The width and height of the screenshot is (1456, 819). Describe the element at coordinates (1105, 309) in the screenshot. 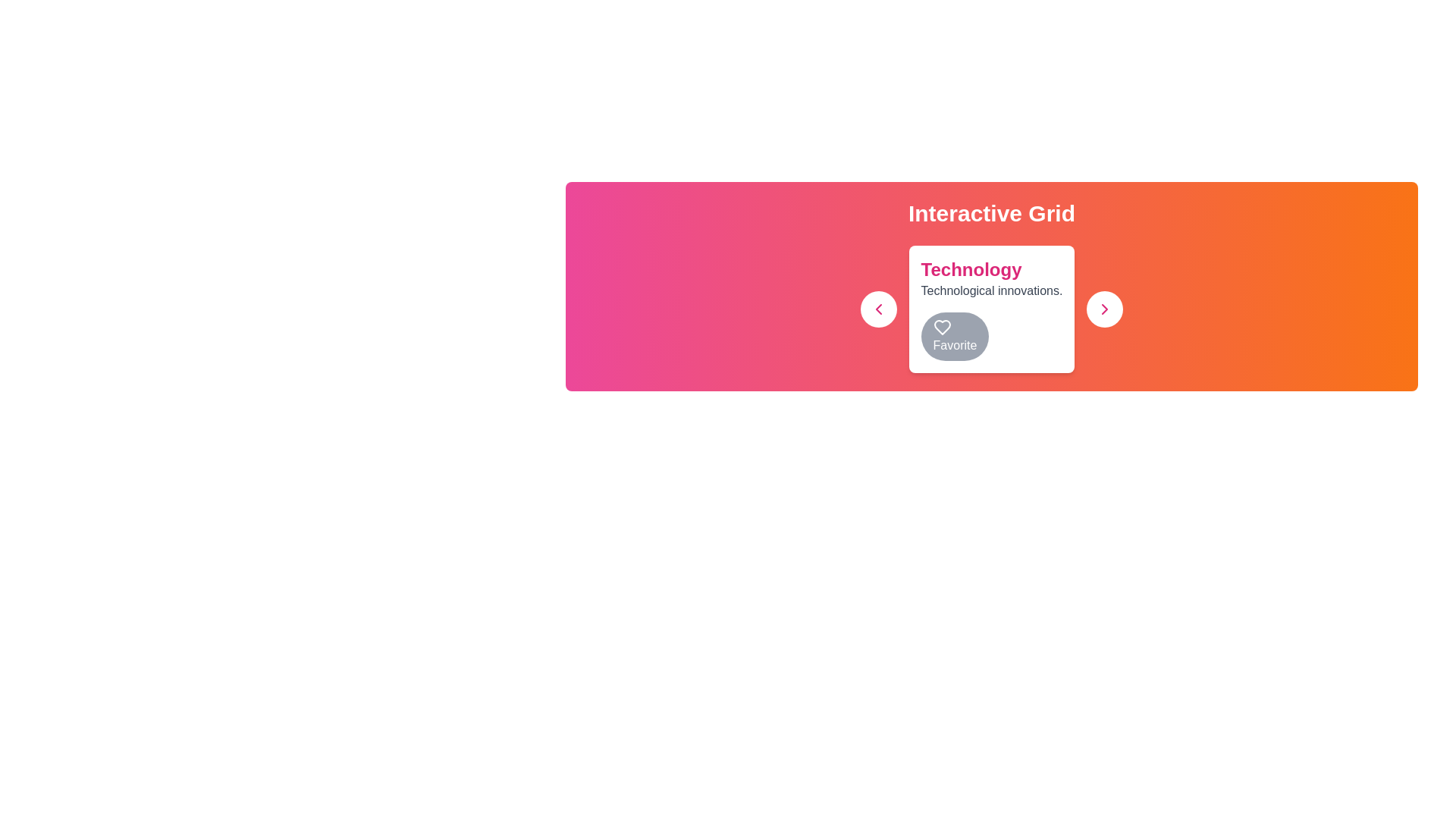

I see `the rightward-pointing chevron icon within the circular button with a pink border` at that location.